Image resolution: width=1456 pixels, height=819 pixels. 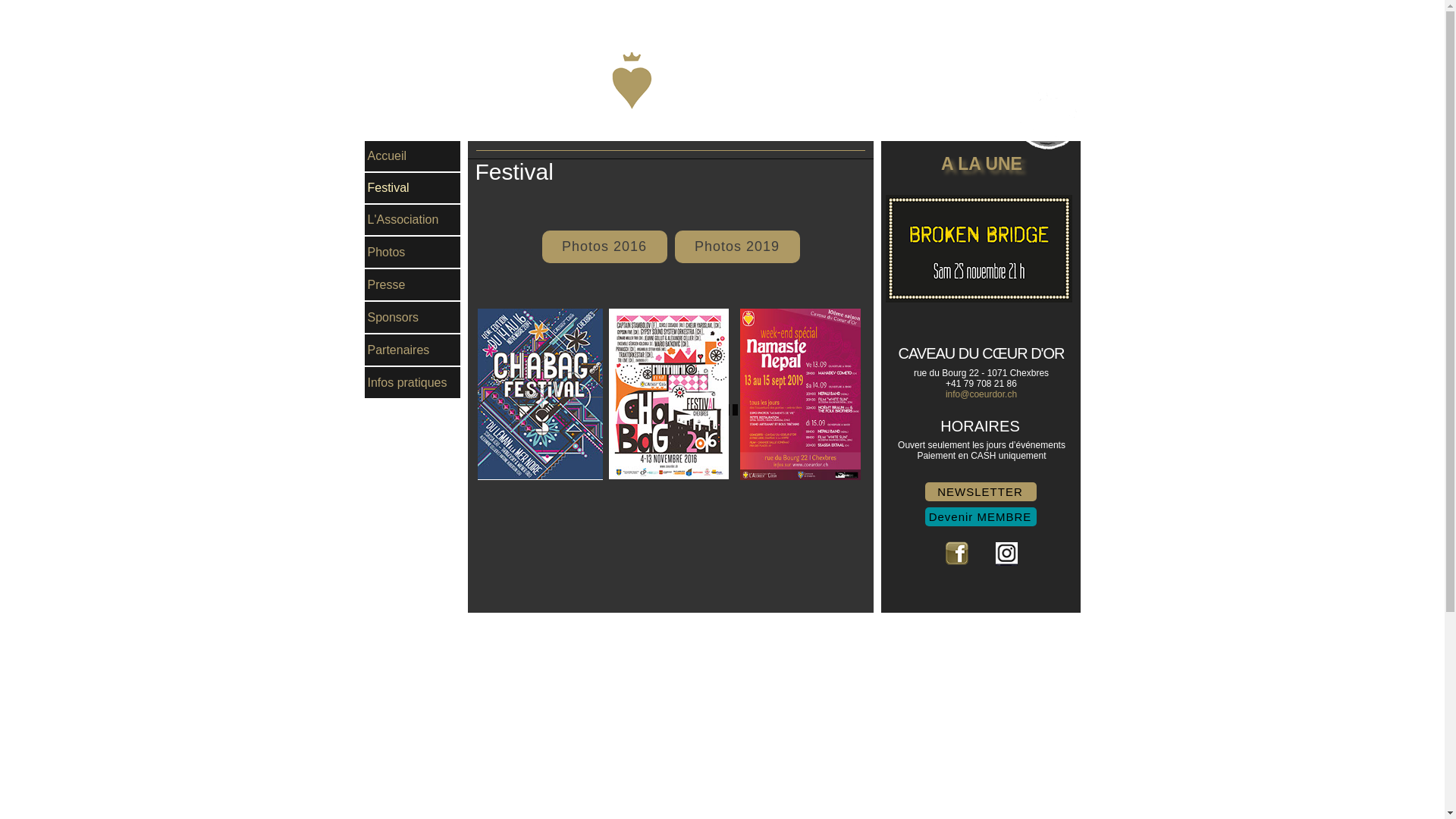 What do you see at coordinates (981, 394) in the screenshot?
I see `'info@coeurdor.ch'` at bounding box center [981, 394].